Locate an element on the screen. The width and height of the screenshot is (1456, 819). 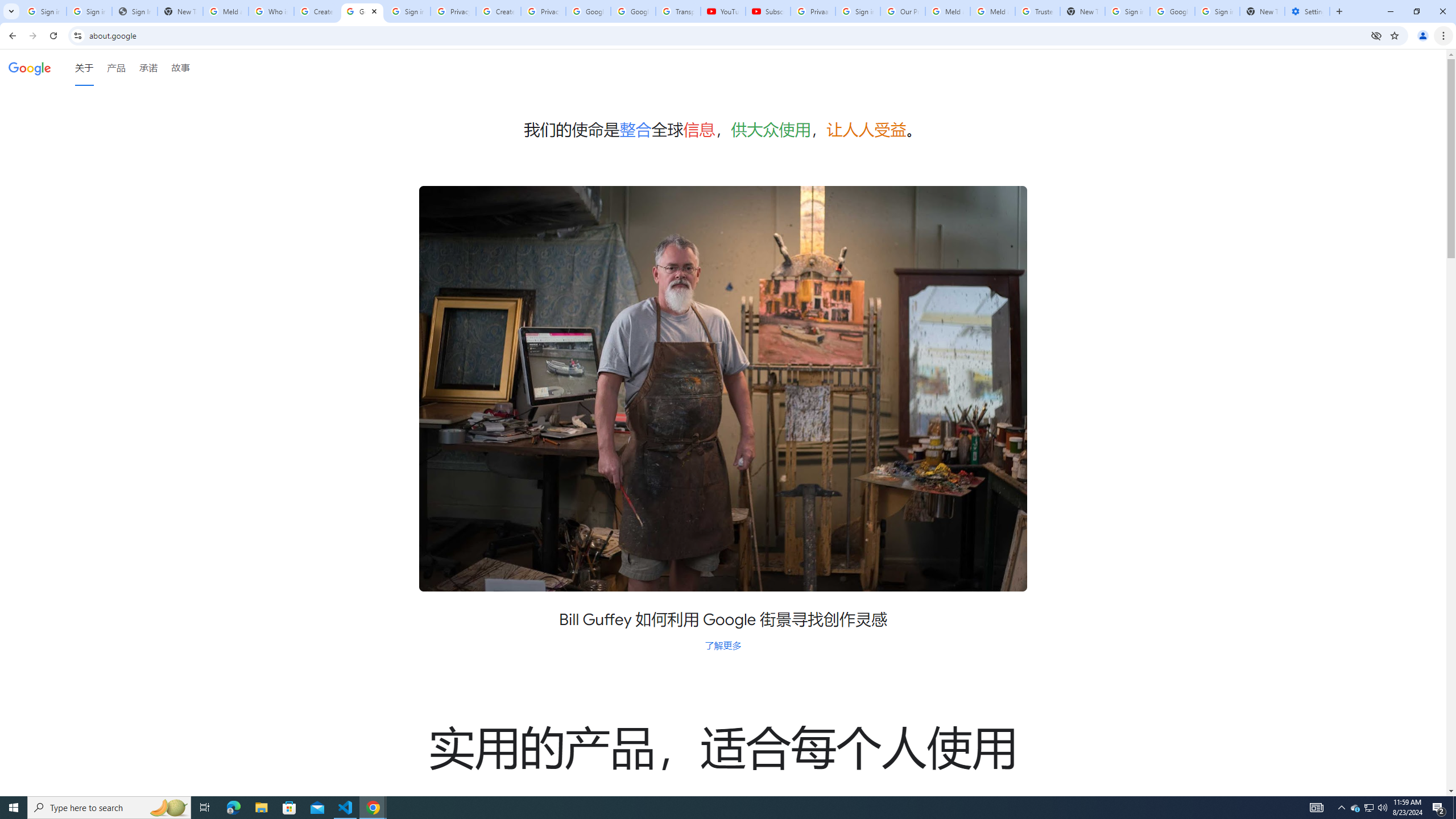
'Settings - Addresses and more' is located at coordinates (1307, 11).